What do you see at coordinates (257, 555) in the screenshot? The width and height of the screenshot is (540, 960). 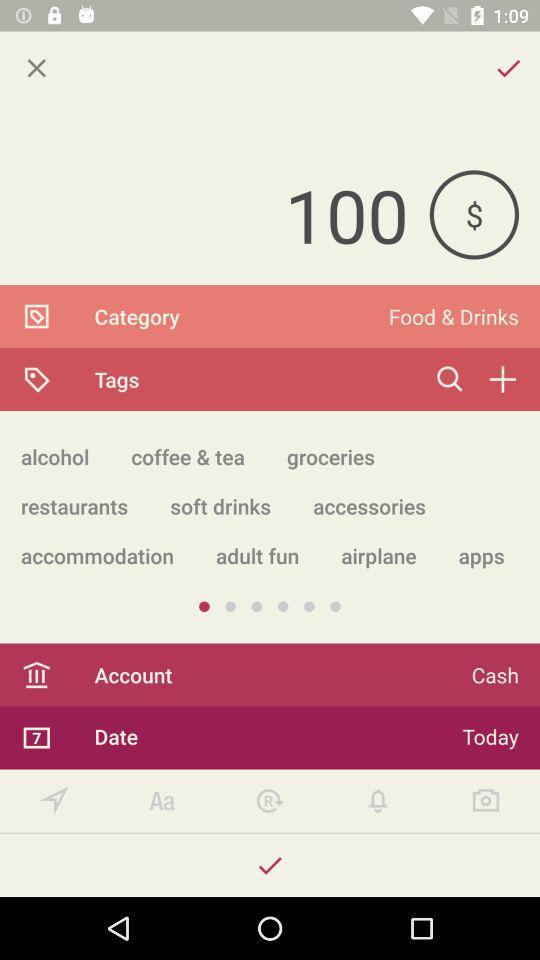 I see `icon to the right of the accommodation app` at bounding box center [257, 555].